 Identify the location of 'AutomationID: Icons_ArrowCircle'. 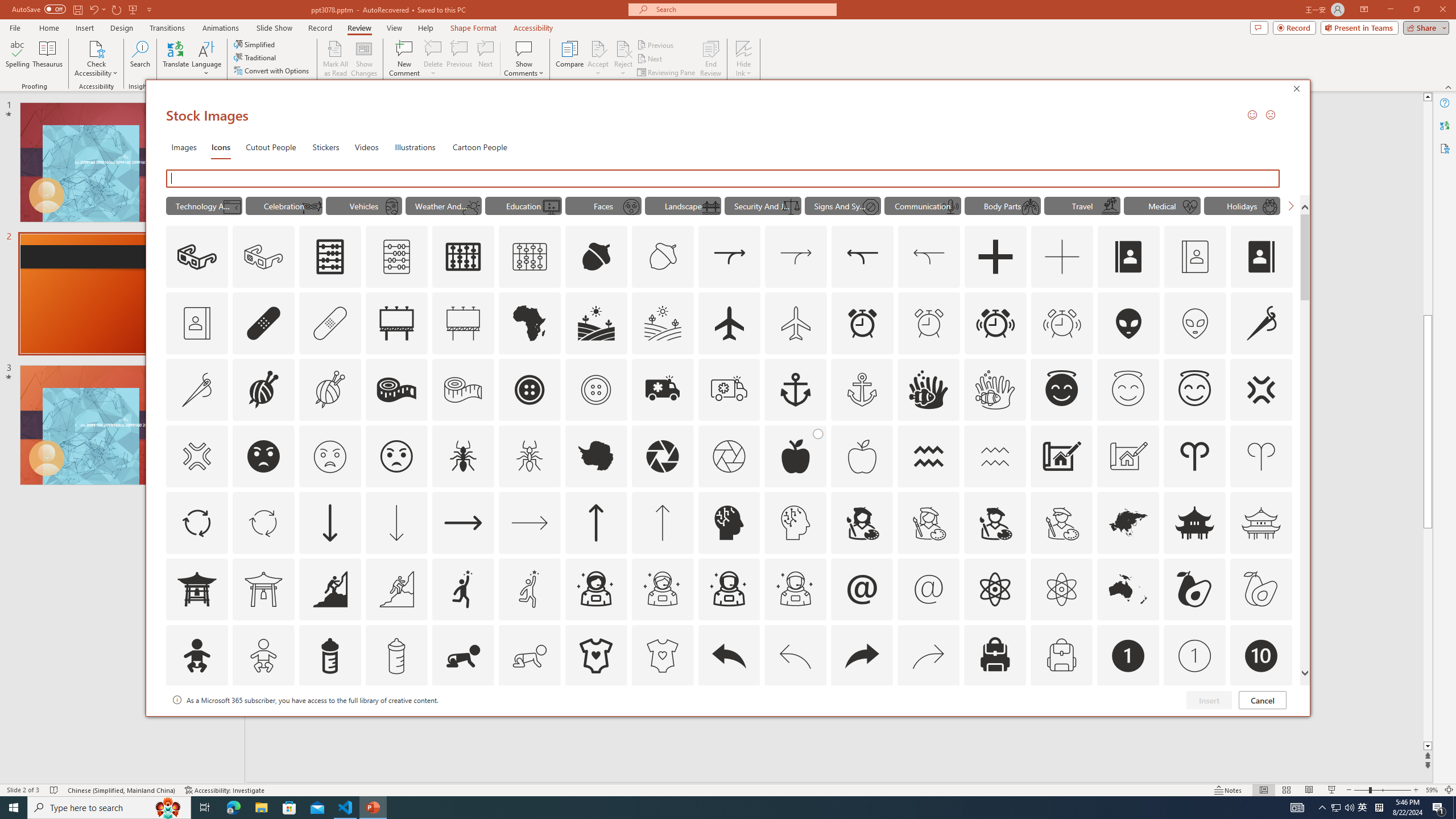
(196, 522).